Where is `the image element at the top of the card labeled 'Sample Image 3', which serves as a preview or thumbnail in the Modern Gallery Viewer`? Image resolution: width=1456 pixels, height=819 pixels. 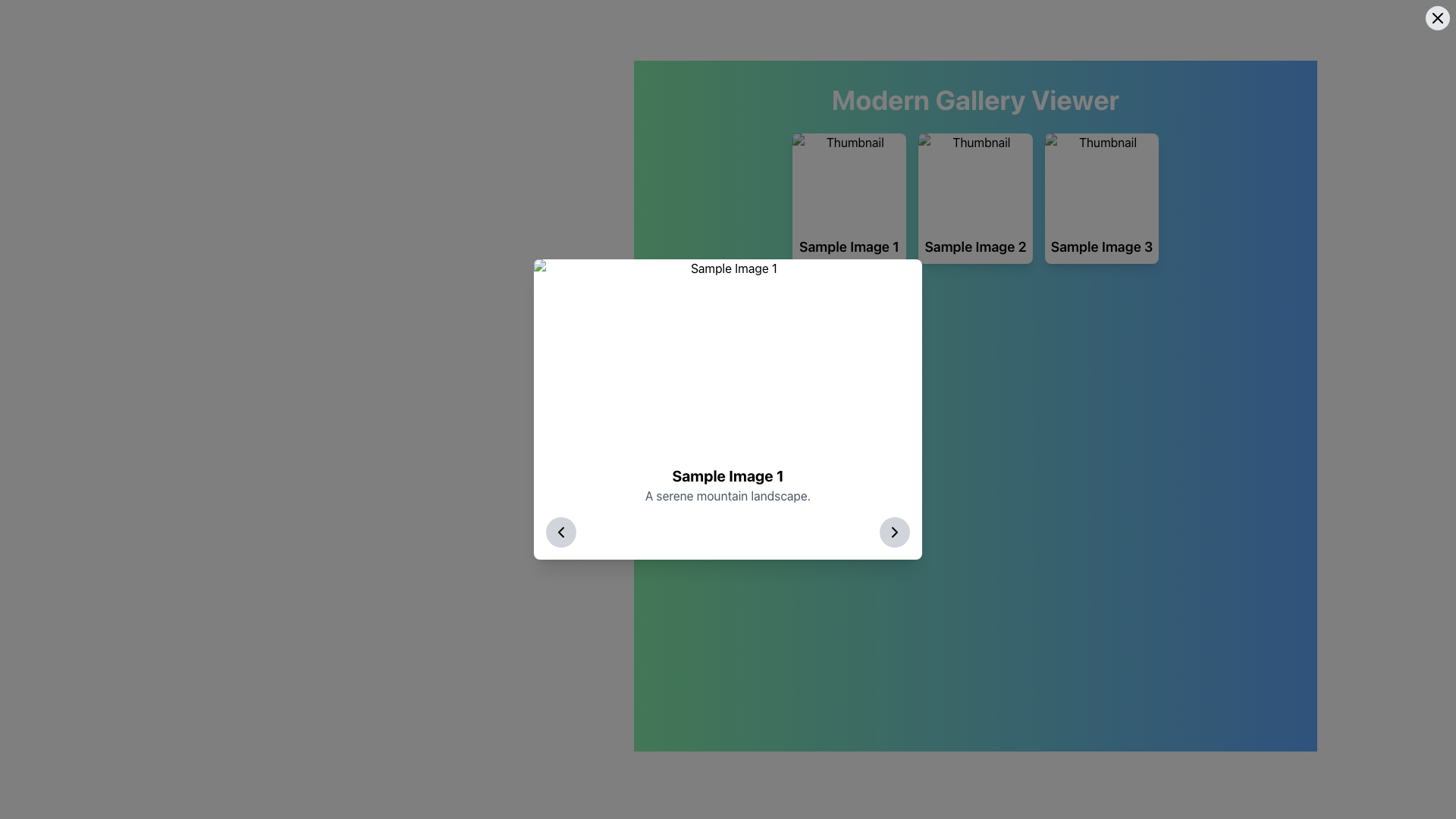 the image element at the top of the card labeled 'Sample Image 3', which serves as a preview or thumbnail in the Modern Gallery Viewer is located at coordinates (1102, 180).